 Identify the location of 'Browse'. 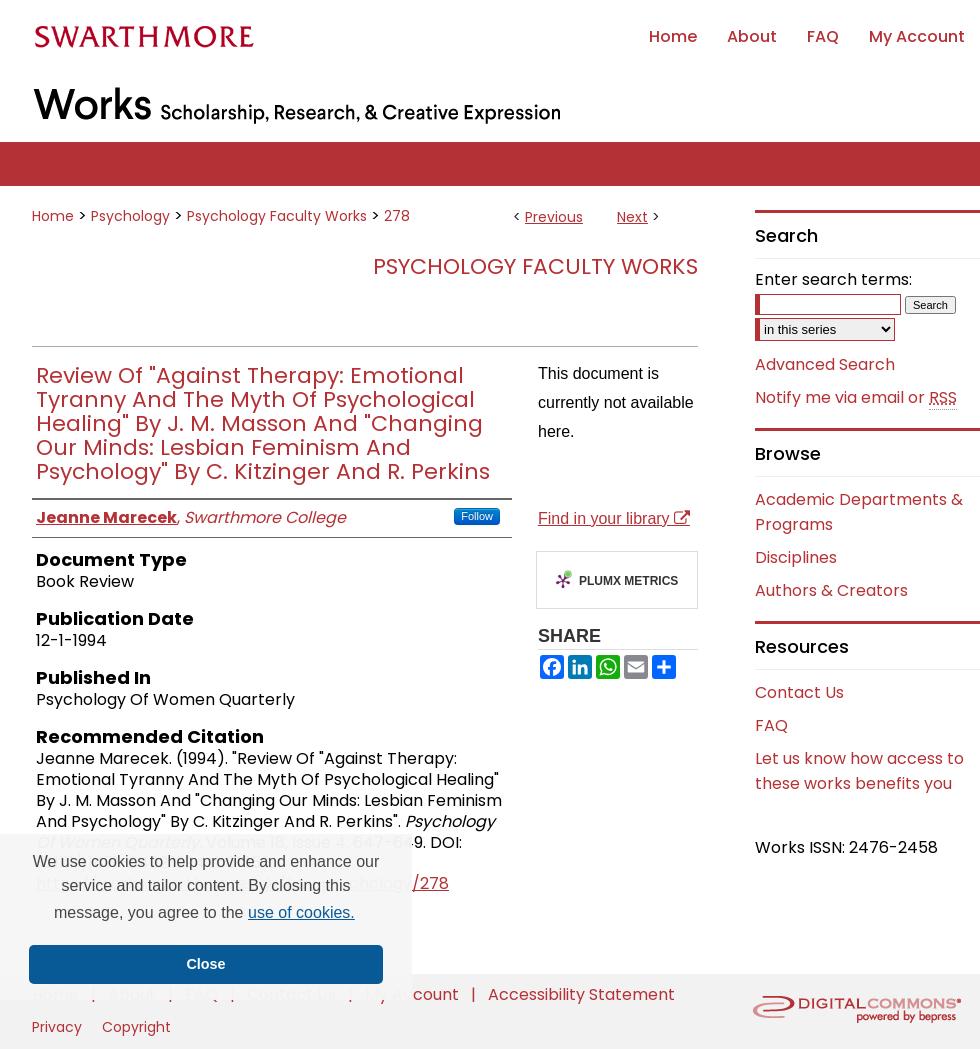
(788, 452).